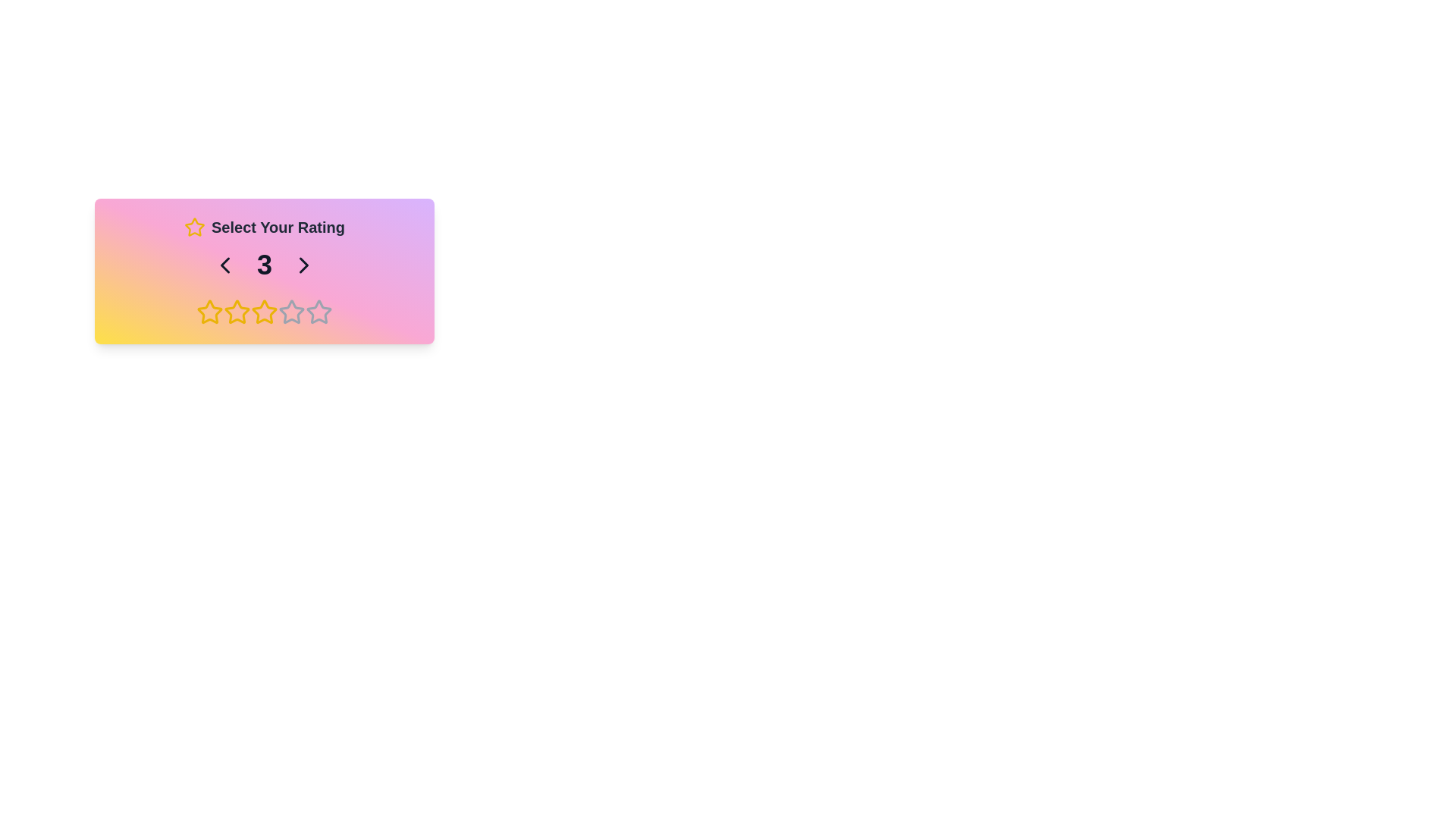 This screenshot has width=1456, height=819. I want to click on the star-based rating system element located beneath the numeric rating display '3' and near the 'Select Your Rating' label, so click(265, 312).